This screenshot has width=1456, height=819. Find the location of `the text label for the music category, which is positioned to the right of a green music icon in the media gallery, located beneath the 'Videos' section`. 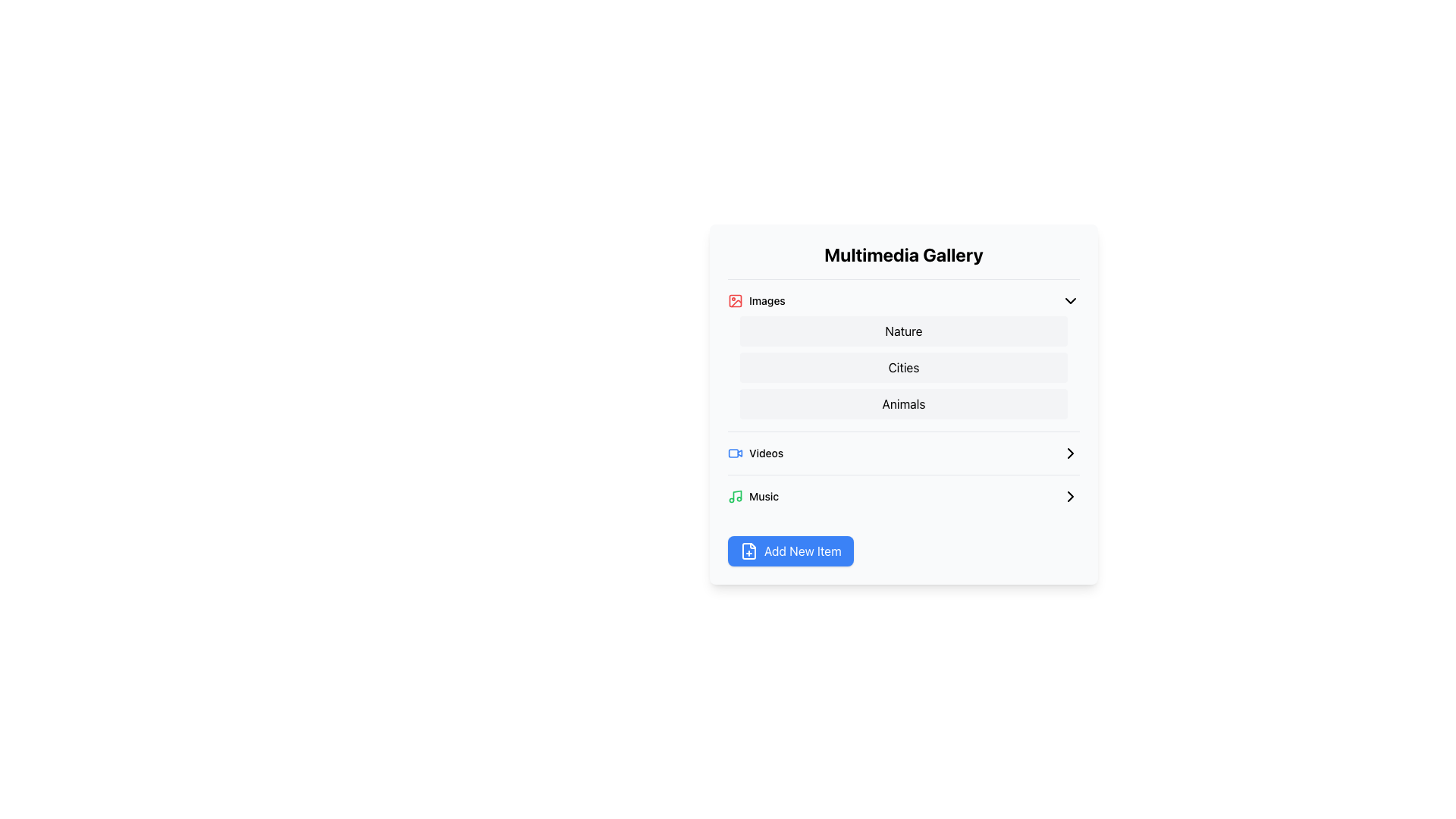

the text label for the music category, which is positioned to the right of a green music icon in the media gallery, located beneath the 'Videos' section is located at coordinates (764, 497).